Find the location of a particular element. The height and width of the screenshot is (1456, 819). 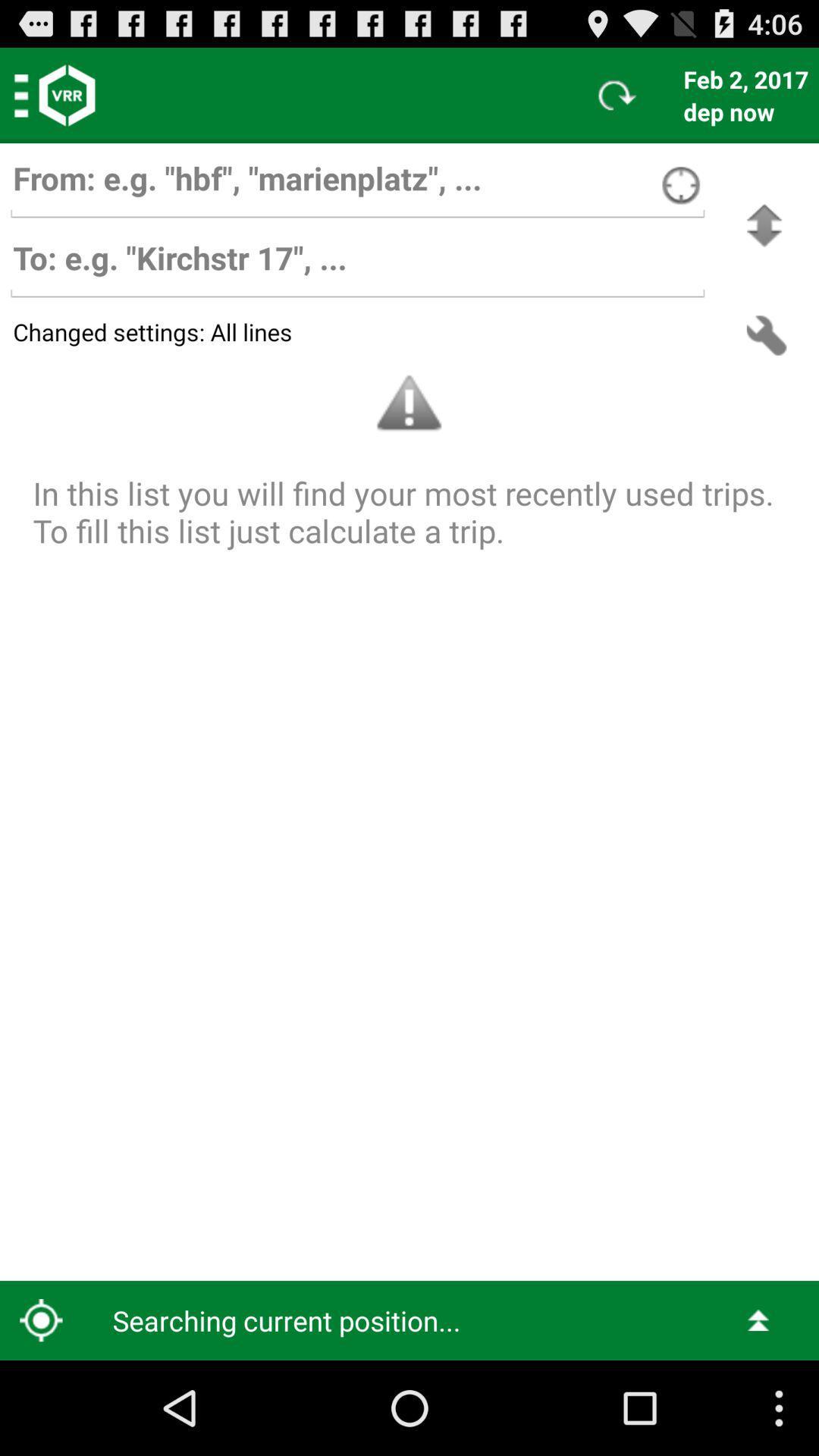

icon to the left of feb 2, 2017 item is located at coordinates (617, 94).